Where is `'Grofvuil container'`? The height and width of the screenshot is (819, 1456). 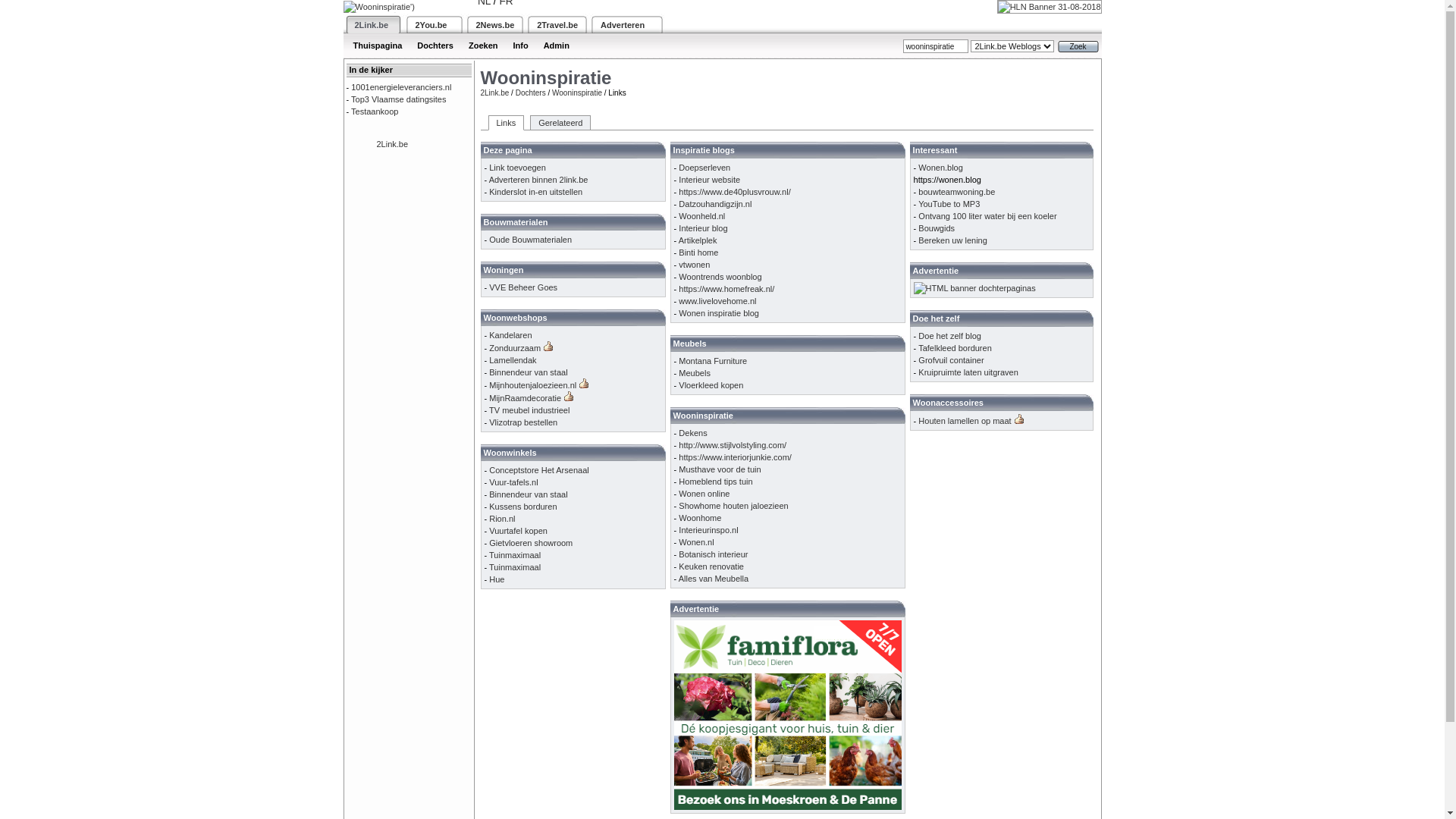 'Grofvuil container' is located at coordinates (949, 359).